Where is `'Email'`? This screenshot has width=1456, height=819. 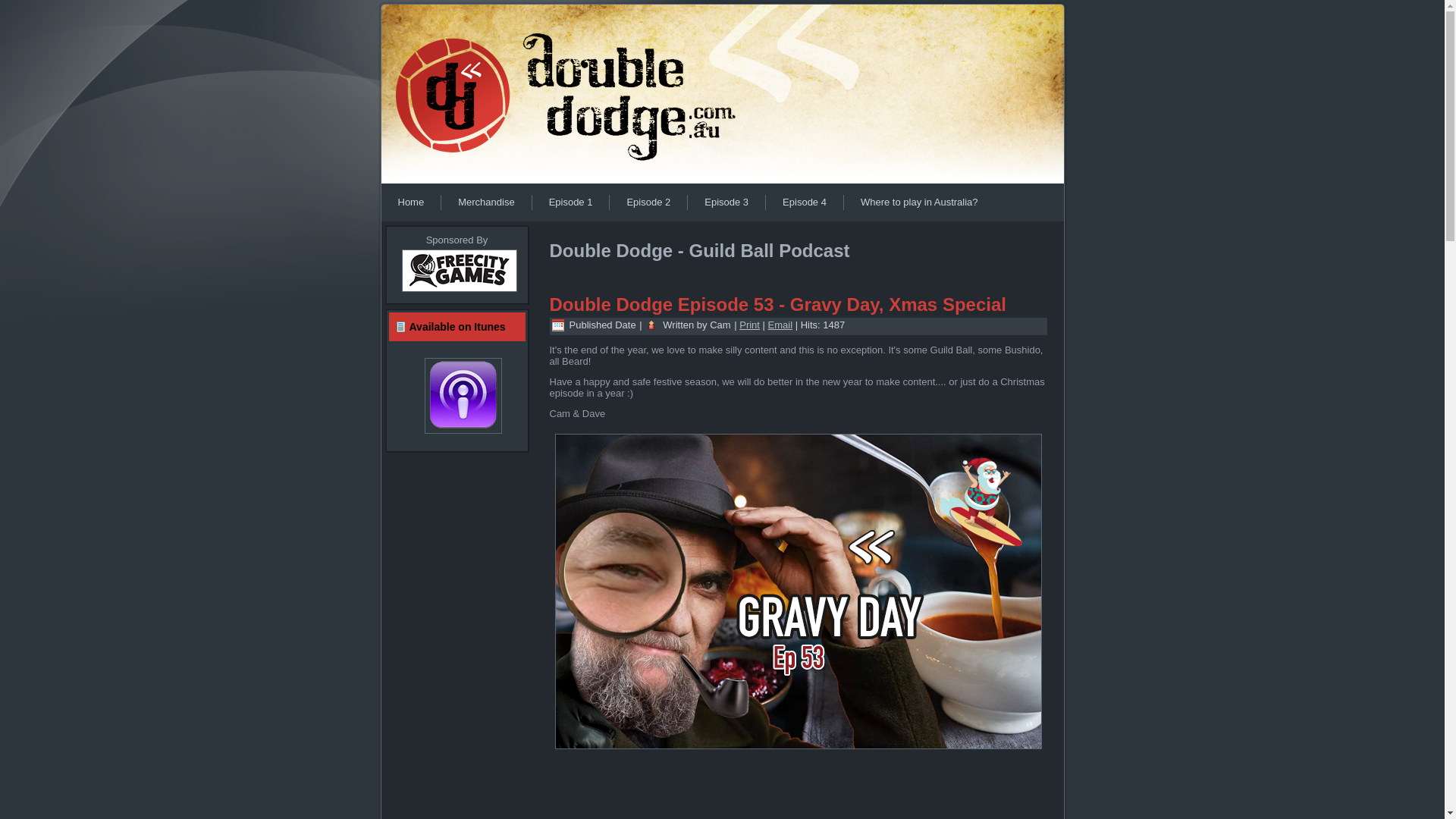 'Email' is located at coordinates (780, 324).